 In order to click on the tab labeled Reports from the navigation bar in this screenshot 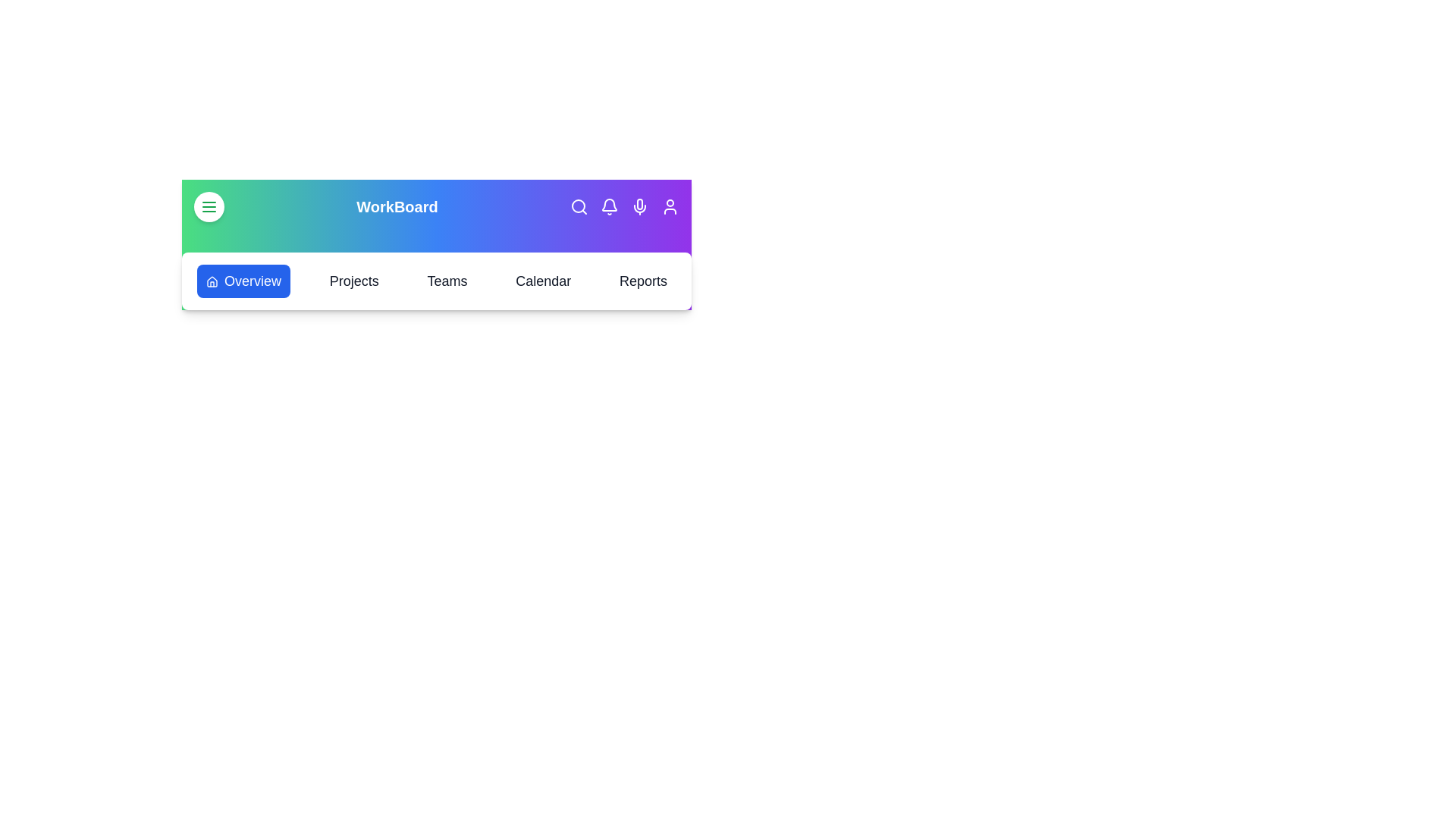, I will do `click(643, 281)`.